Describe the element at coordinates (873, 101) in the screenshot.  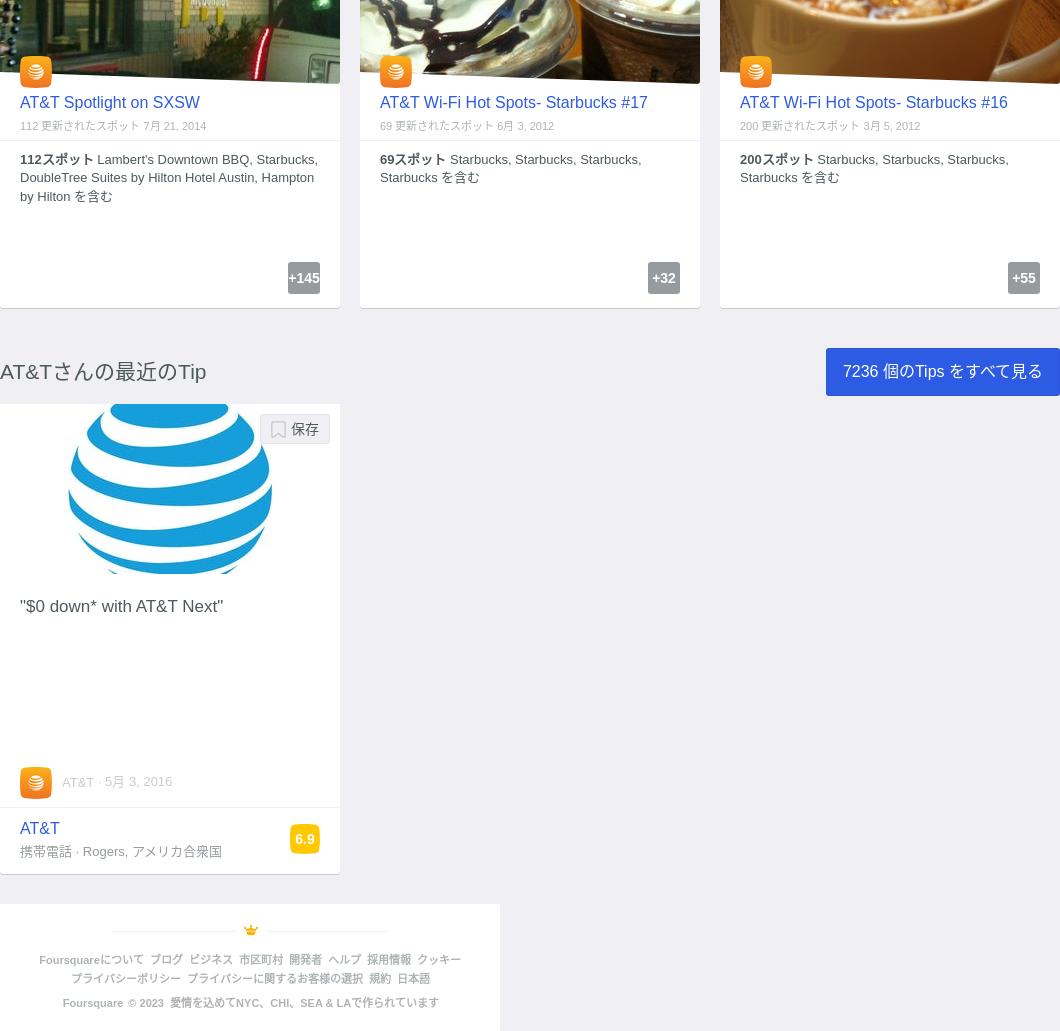
I see `'AT&T Wi-Fi Hot Spots- Starbucks #16'` at that location.